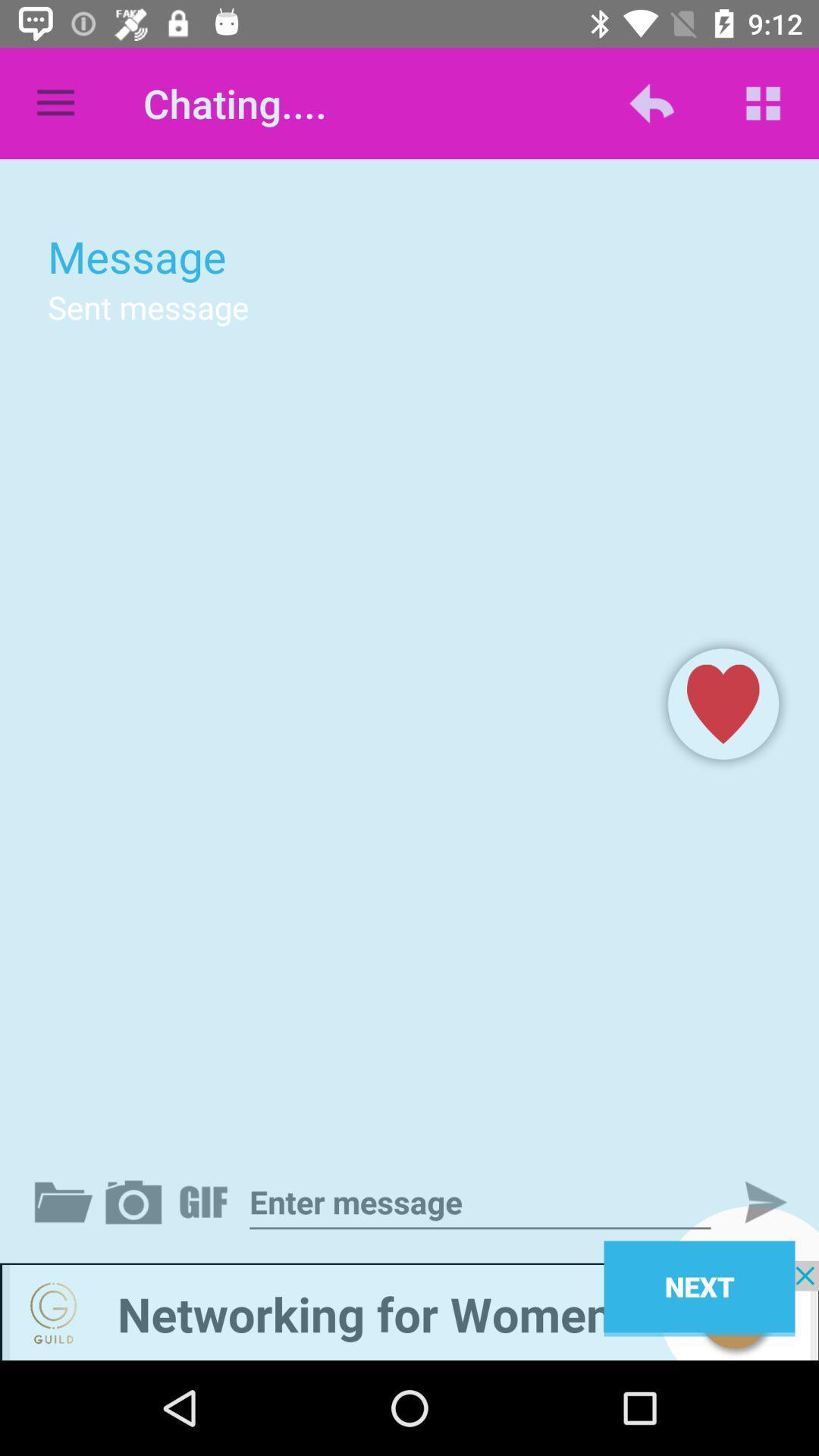 The width and height of the screenshot is (819, 1456). Describe the element at coordinates (409, 1310) in the screenshot. I see `advertisement` at that location.